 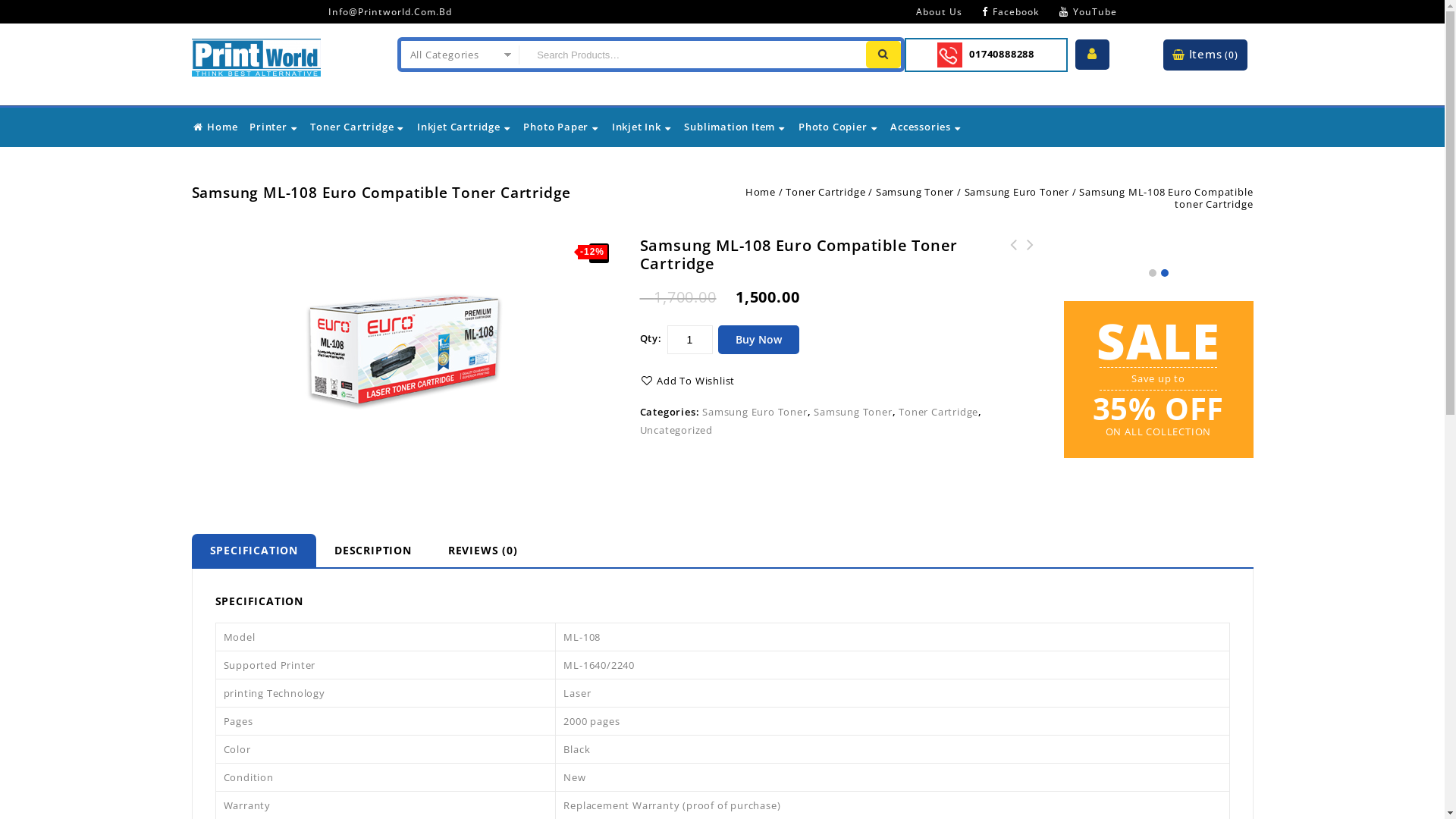 What do you see at coordinates (1014, 262) in the screenshot?
I see `'Samsung ML-116 Euro Compatible Toner Cartridge'` at bounding box center [1014, 262].